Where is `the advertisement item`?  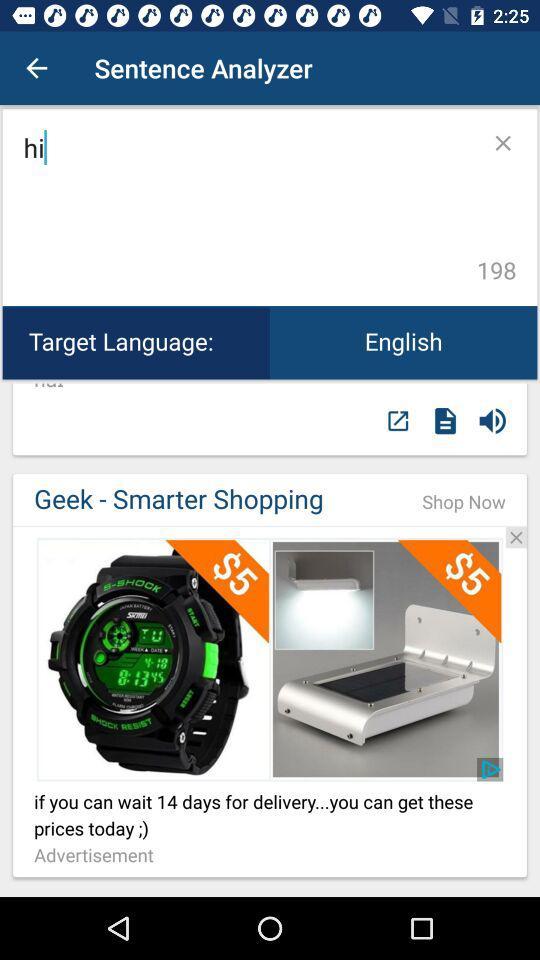 the advertisement item is located at coordinates (98, 854).